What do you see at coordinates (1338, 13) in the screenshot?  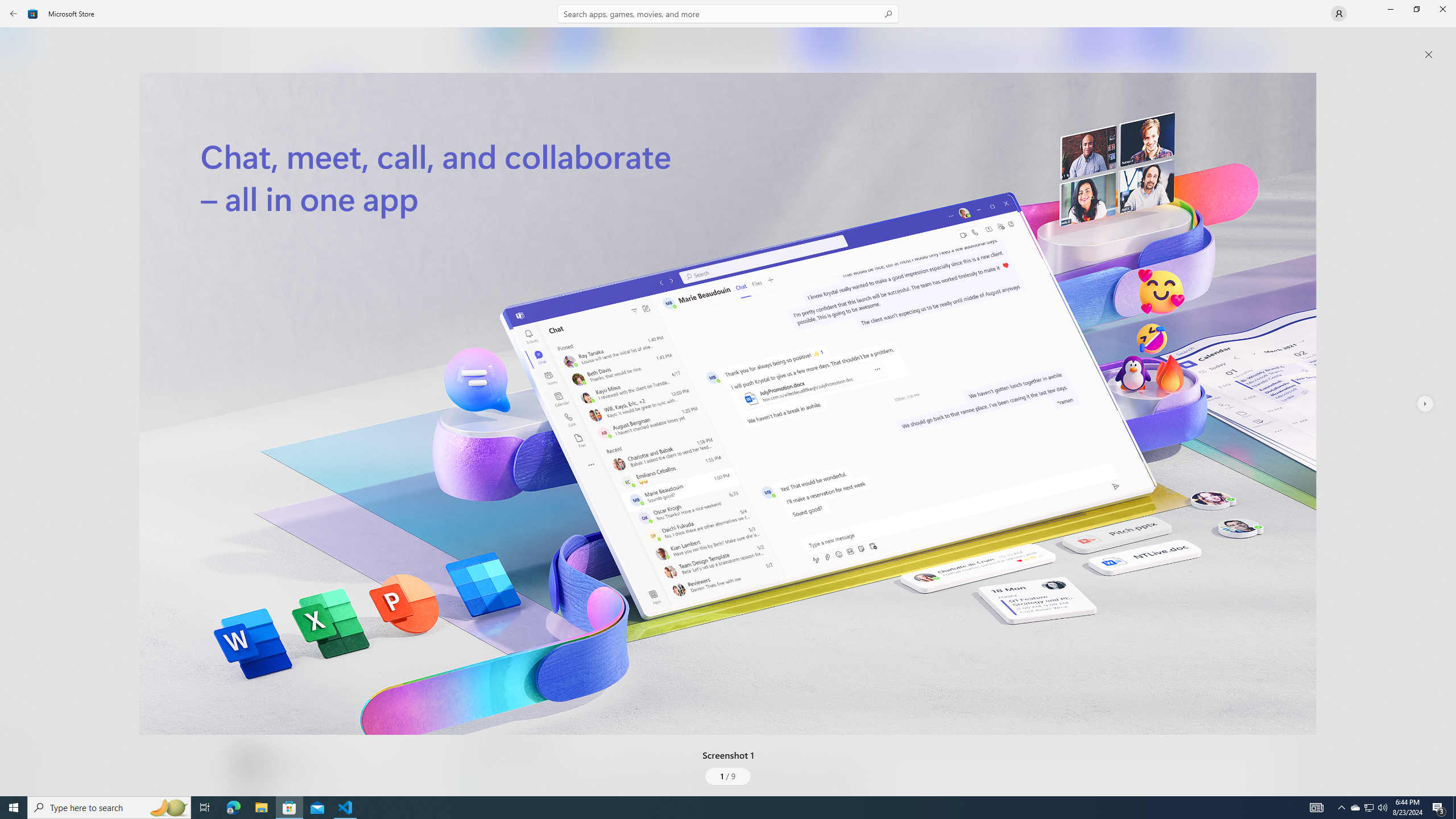 I see `'User profile'` at bounding box center [1338, 13].